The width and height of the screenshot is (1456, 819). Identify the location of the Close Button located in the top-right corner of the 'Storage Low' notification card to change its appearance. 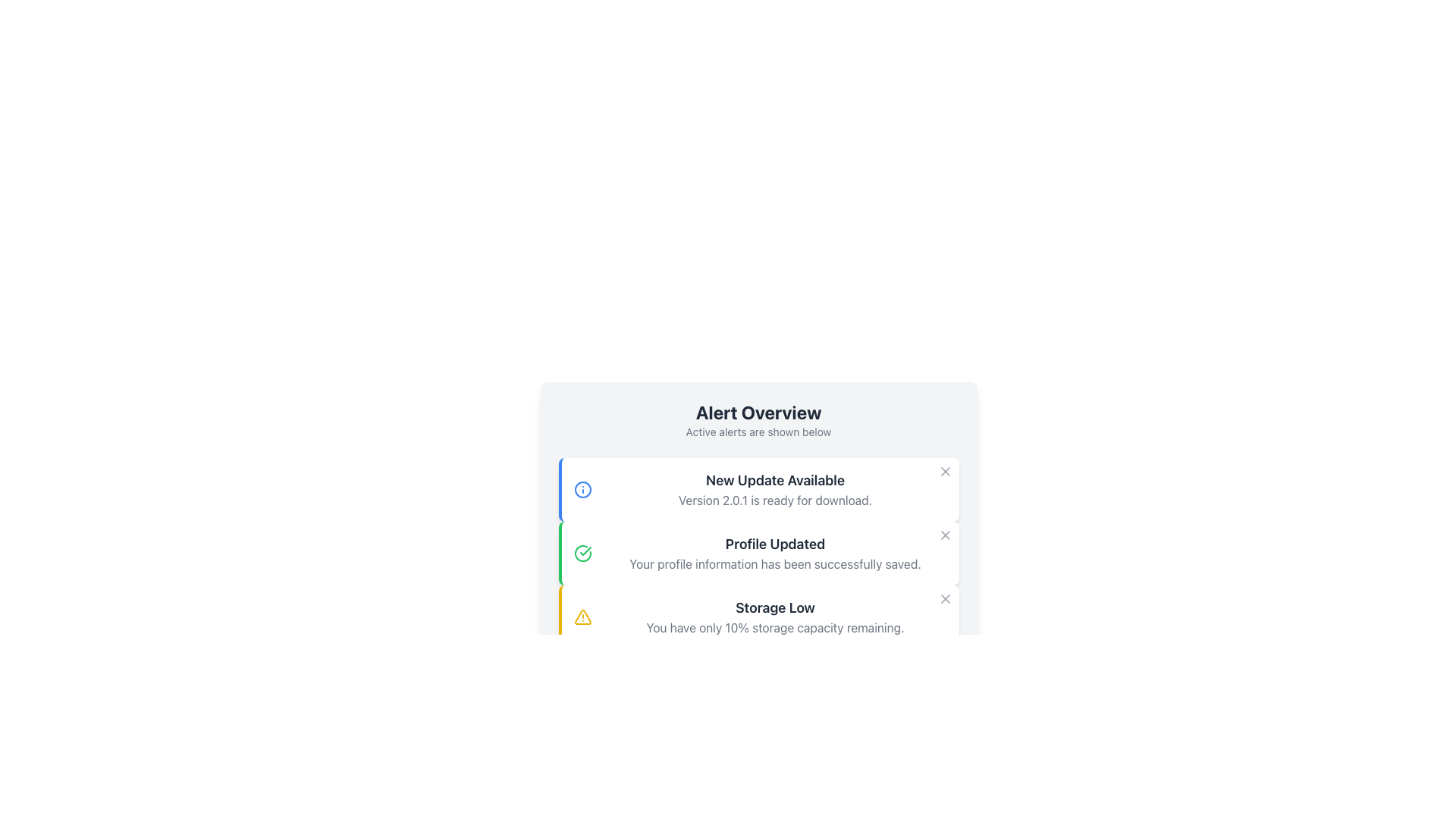
(944, 598).